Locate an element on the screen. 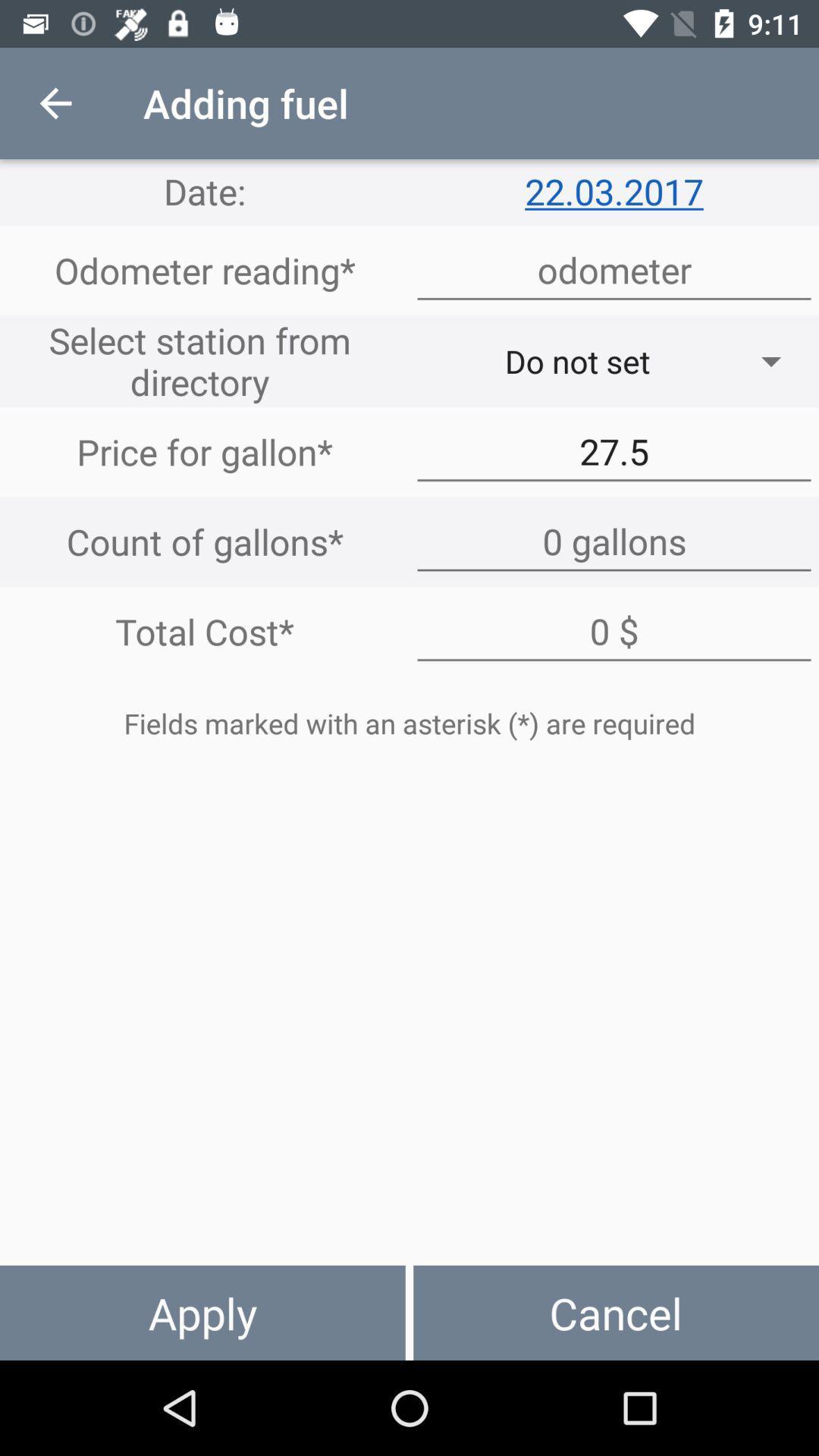  cost input field is located at coordinates (614, 632).